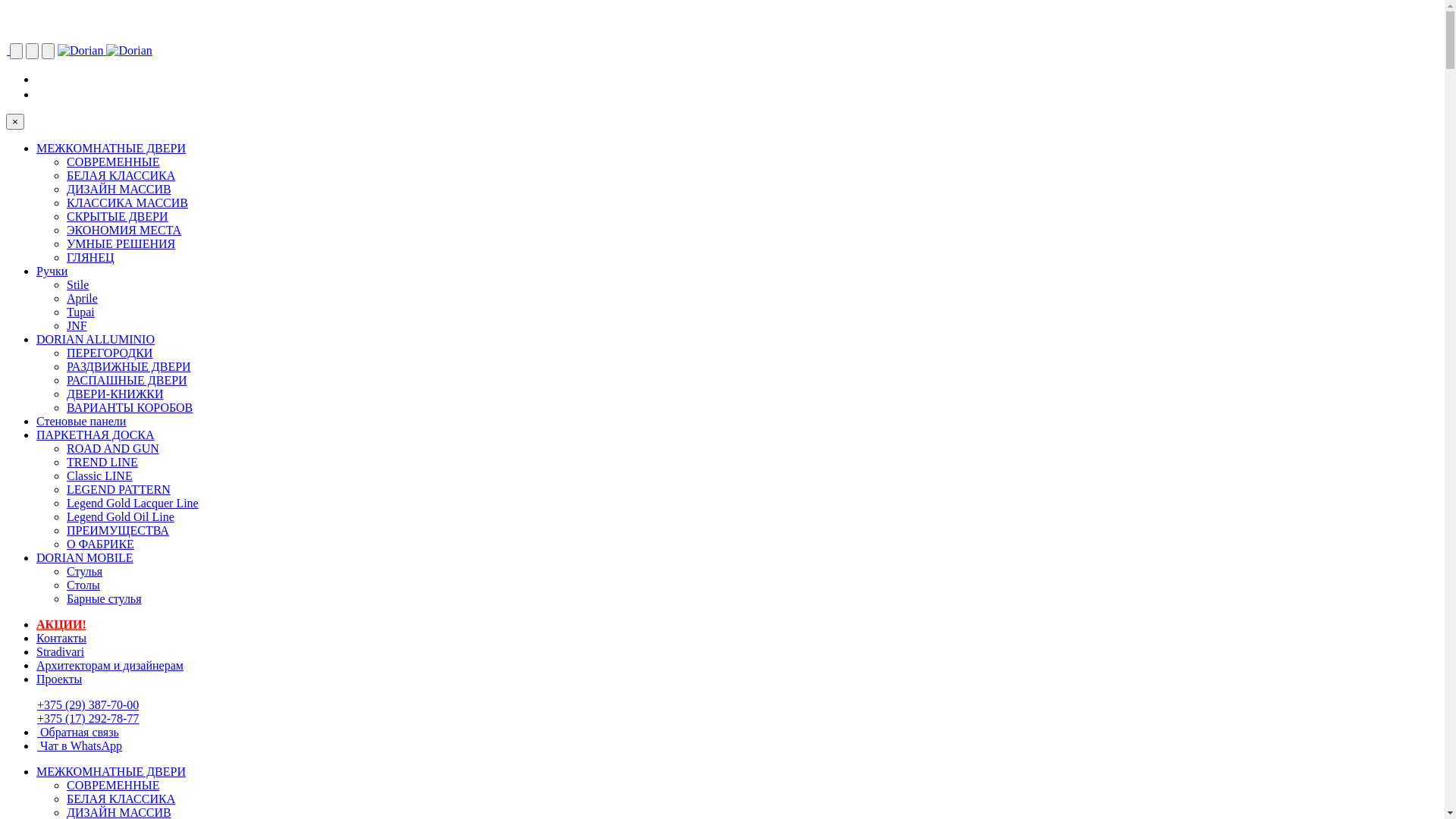 The height and width of the screenshot is (819, 1456). What do you see at coordinates (77, 284) in the screenshot?
I see `'Stile'` at bounding box center [77, 284].